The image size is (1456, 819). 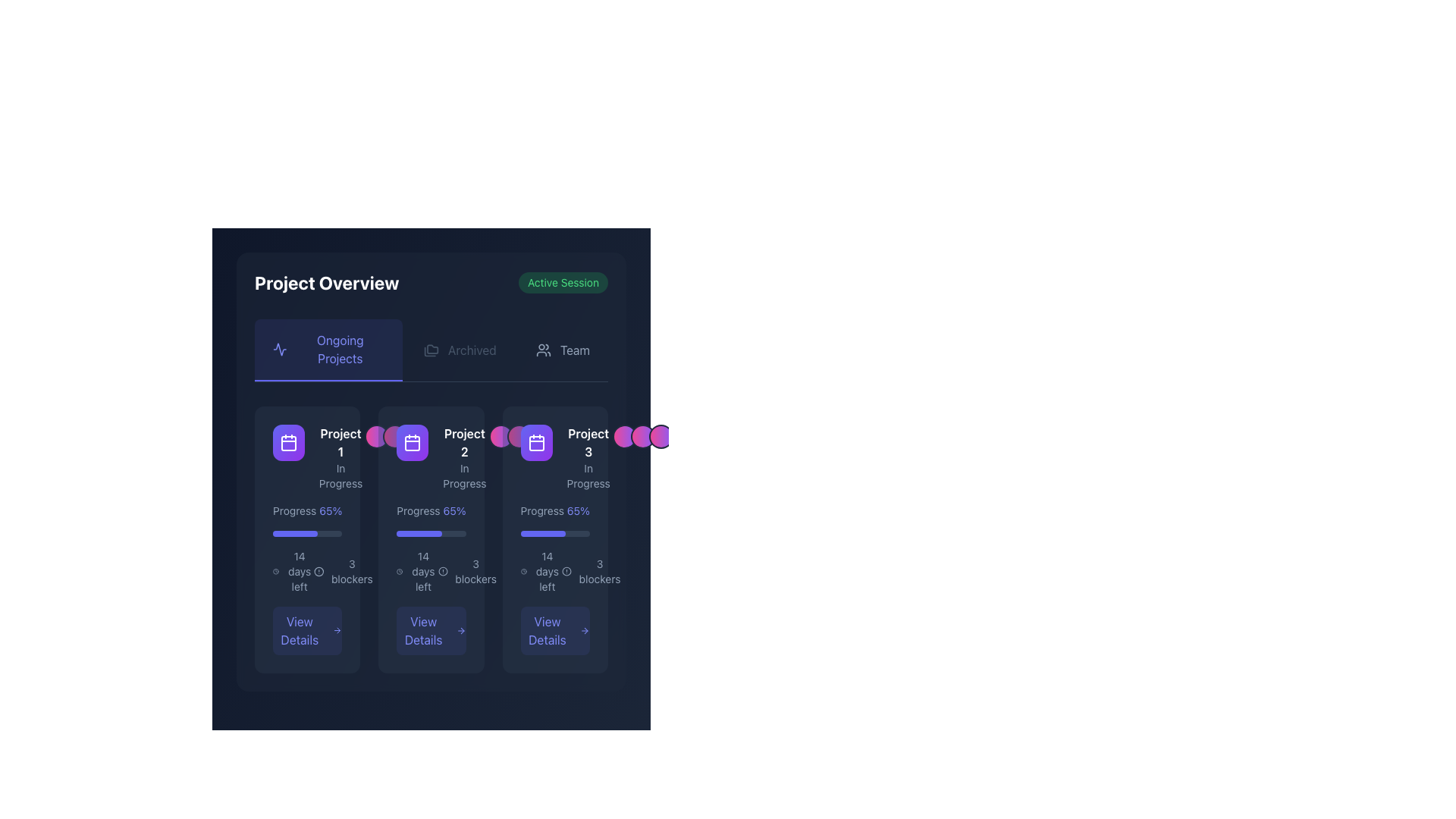 What do you see at coordinates (519, 436) in the screenshot?
I see `the decorative graphical element located in the upper-right section of the card for 'Project 2', positioned directly to the right of the text 'In Progress'` at bounding box center [519, 436].